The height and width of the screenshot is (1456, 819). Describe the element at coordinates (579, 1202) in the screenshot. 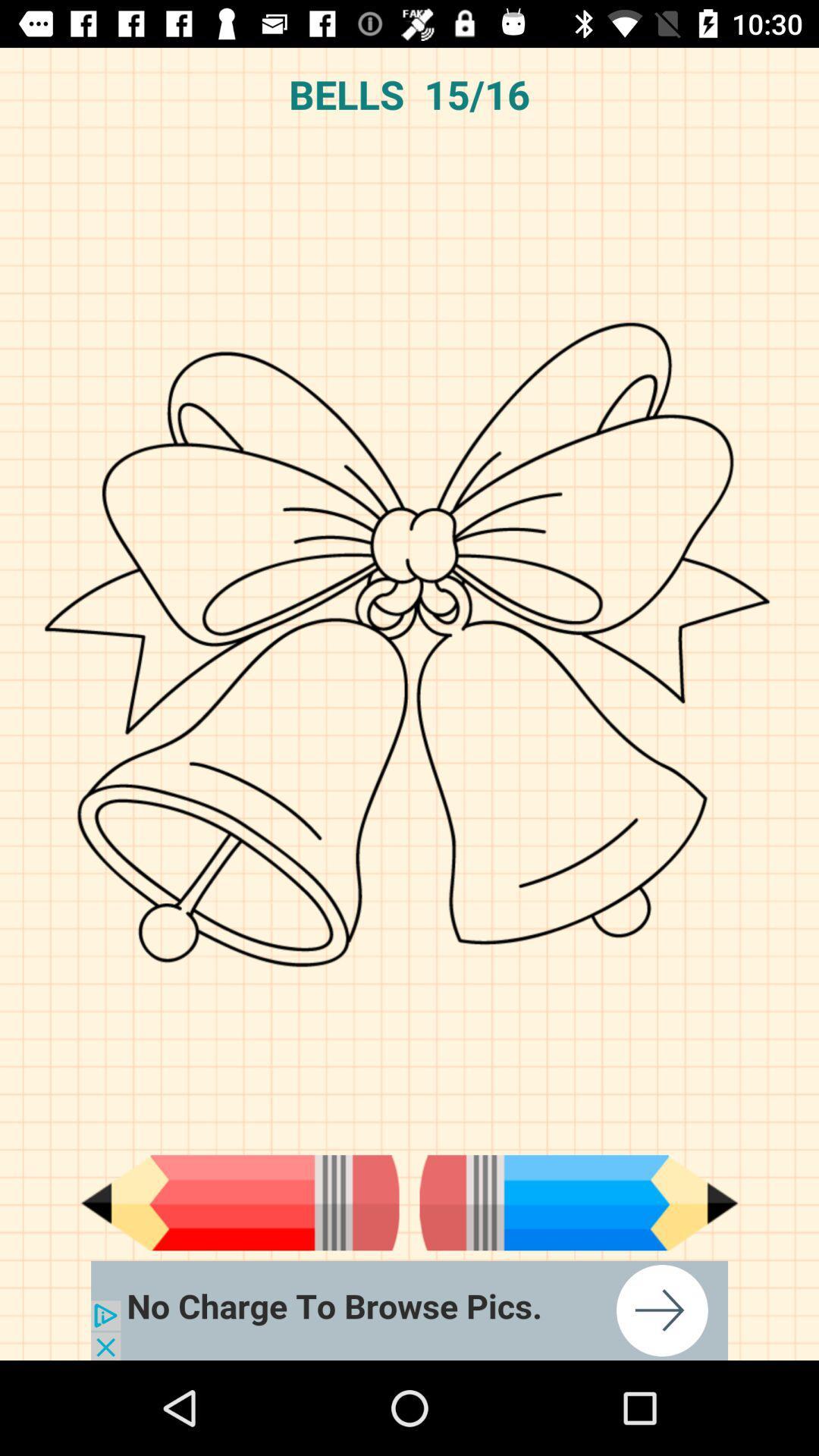

I see `wright` at that location.